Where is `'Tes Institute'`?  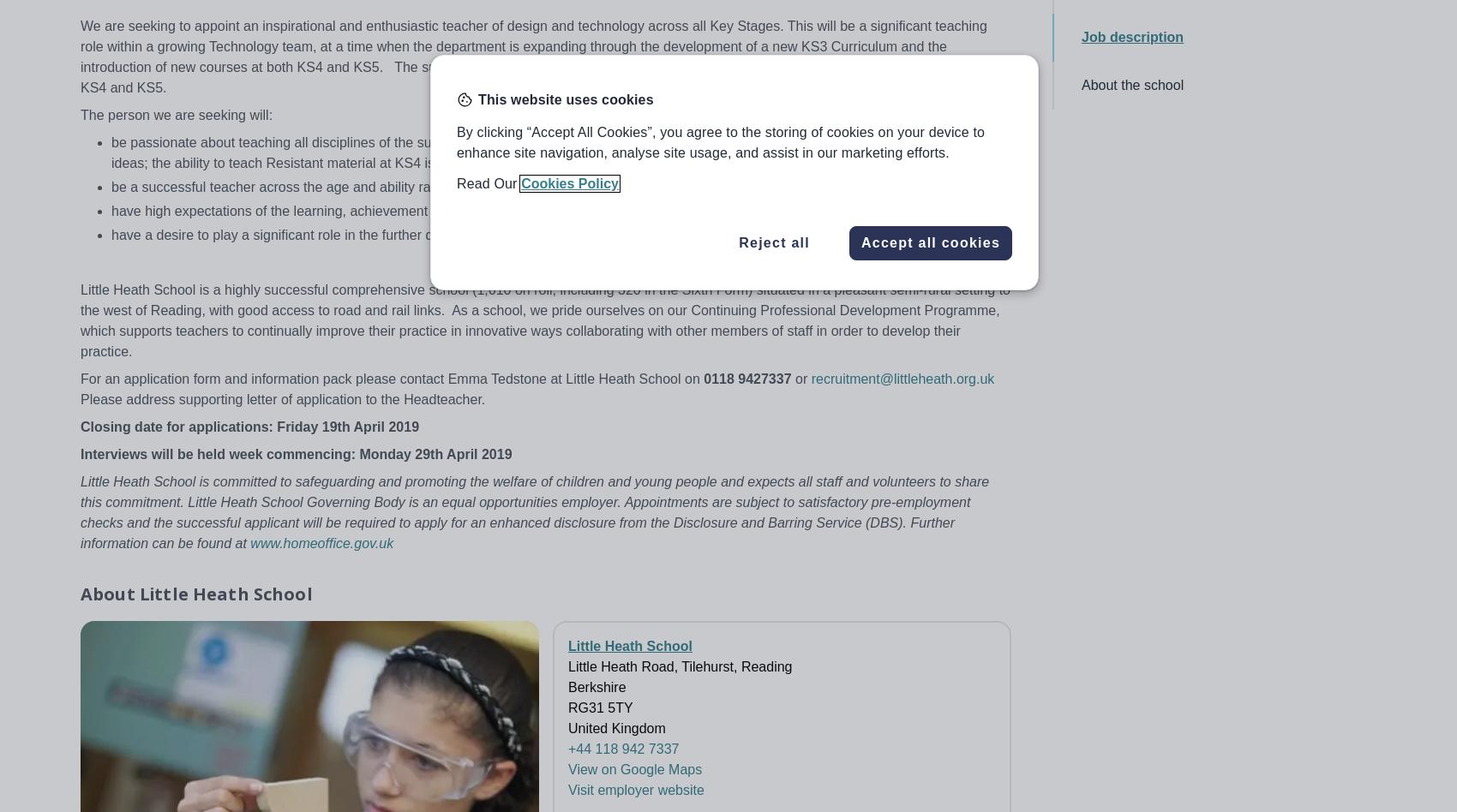 'Tes Institute' is located at coordinates (1240, 600).